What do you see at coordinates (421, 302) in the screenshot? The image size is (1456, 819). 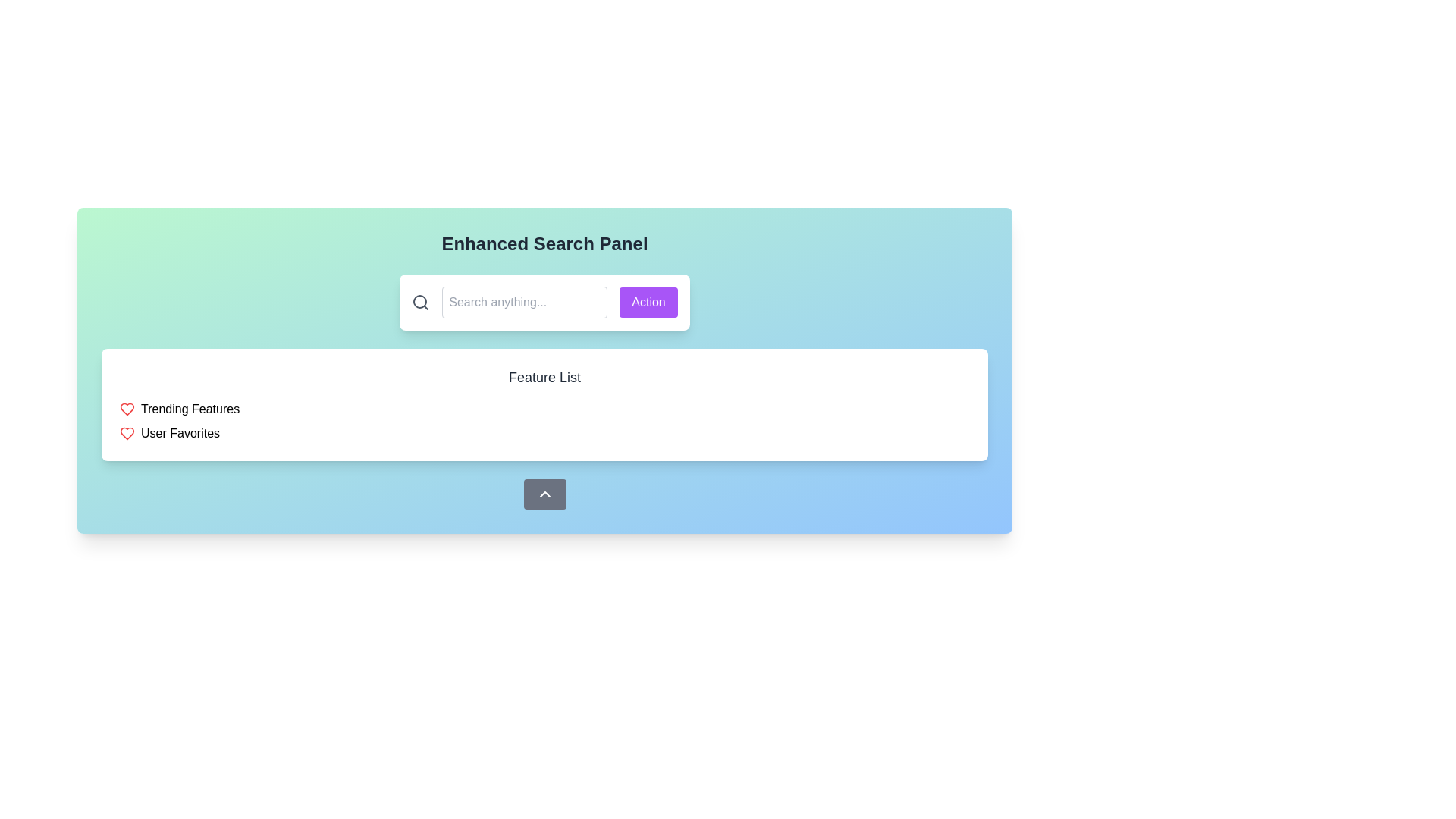 I see `the search icon located at the far-left side of the white search bar, adjacent to the input field, to indicate the search function` at bounding box center [421, 302].